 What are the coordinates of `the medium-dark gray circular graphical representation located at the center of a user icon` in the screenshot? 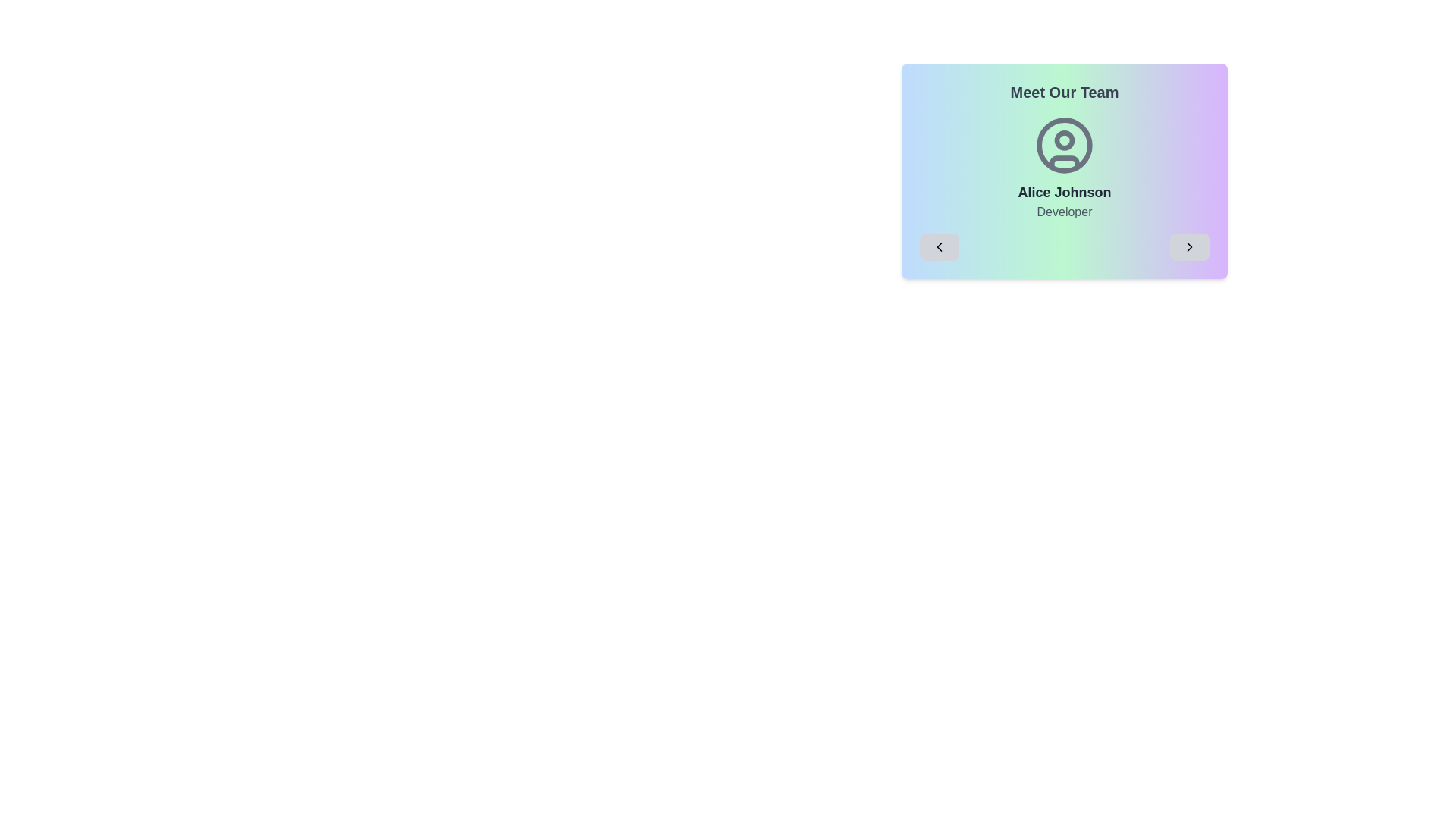 It's located at (1063, 146).